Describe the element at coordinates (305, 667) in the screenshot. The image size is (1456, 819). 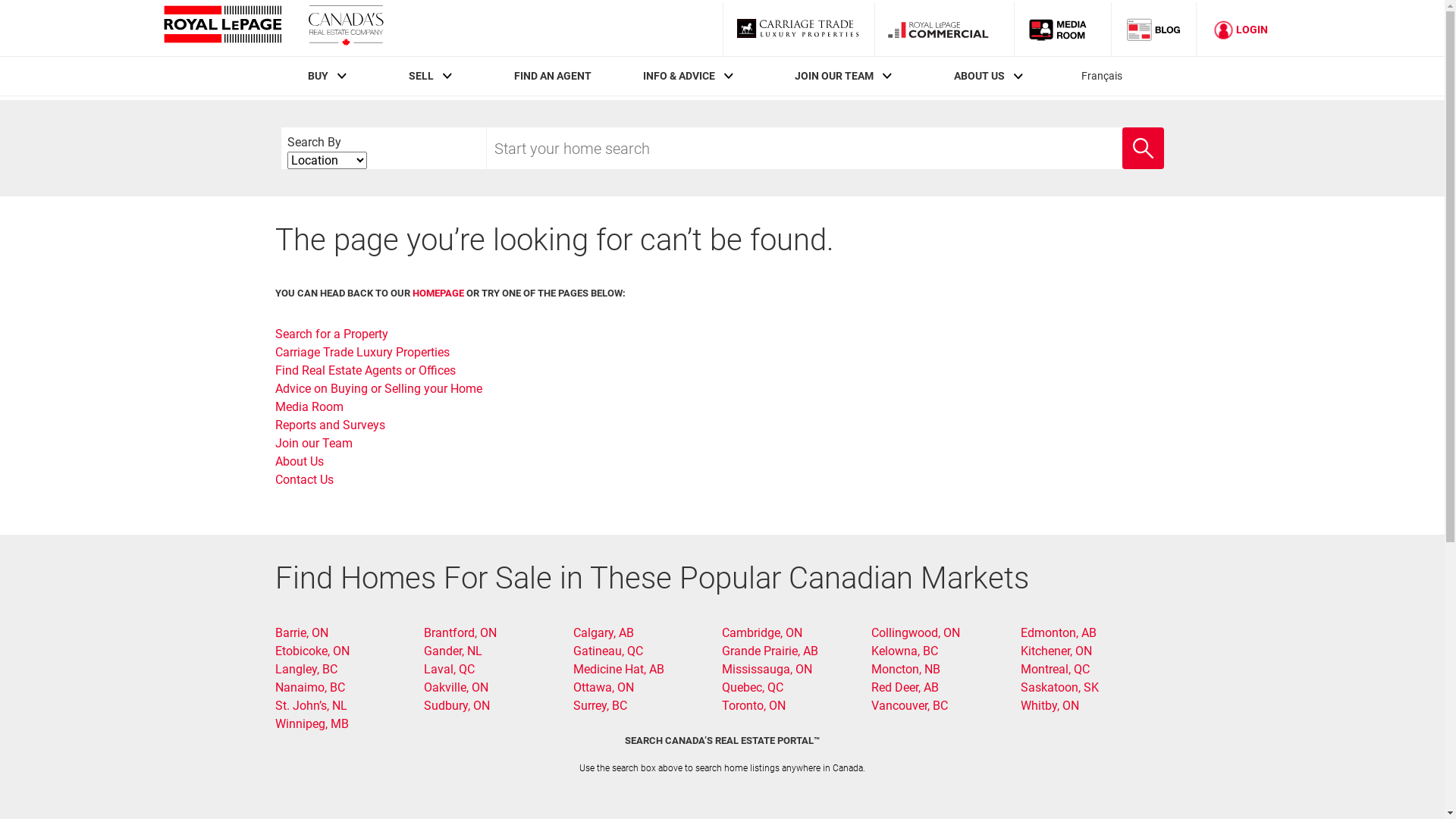
I see `'Langley, BC'` at that location.